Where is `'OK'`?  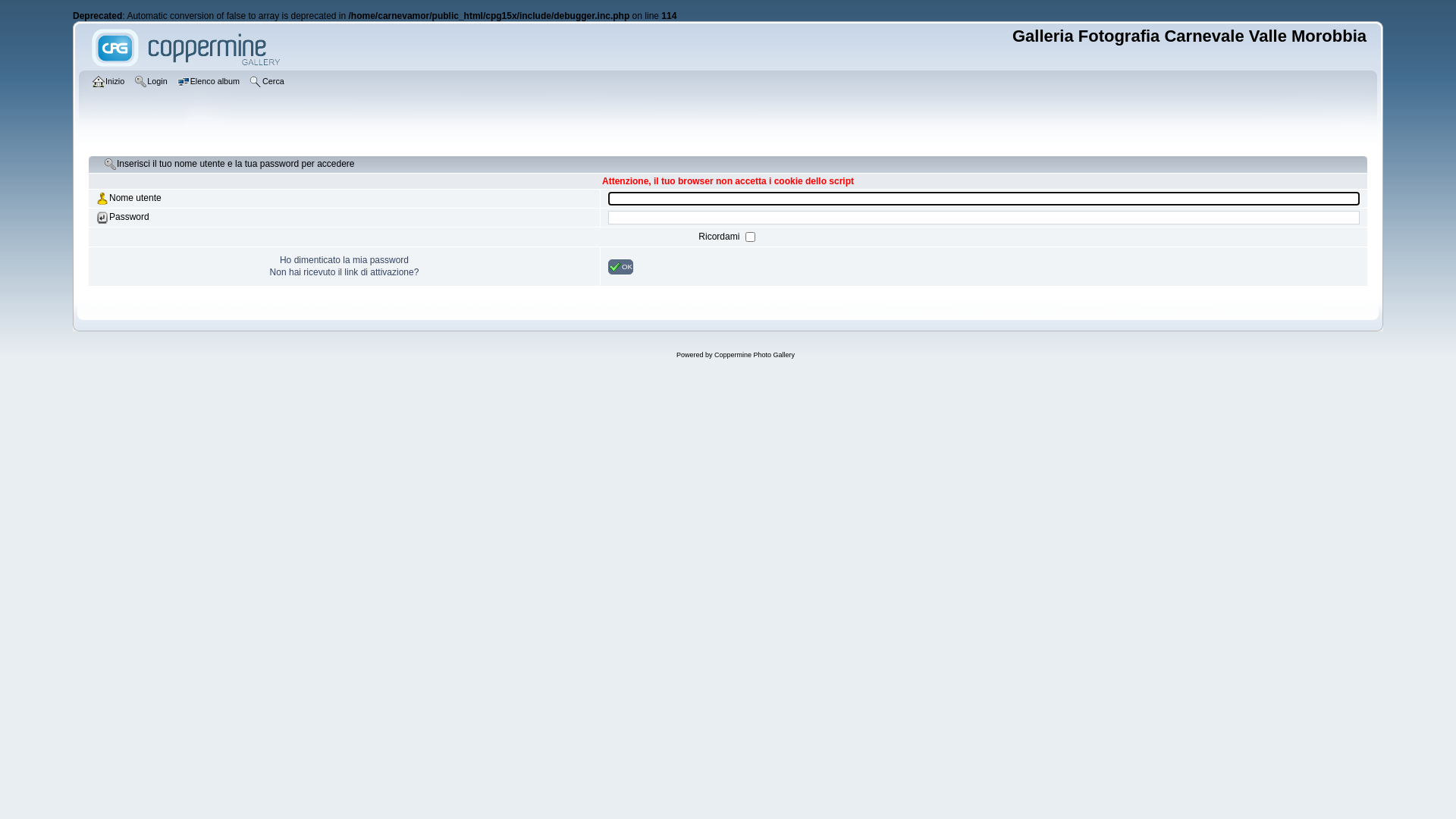
'OK' is located at coordinates (620, 265).